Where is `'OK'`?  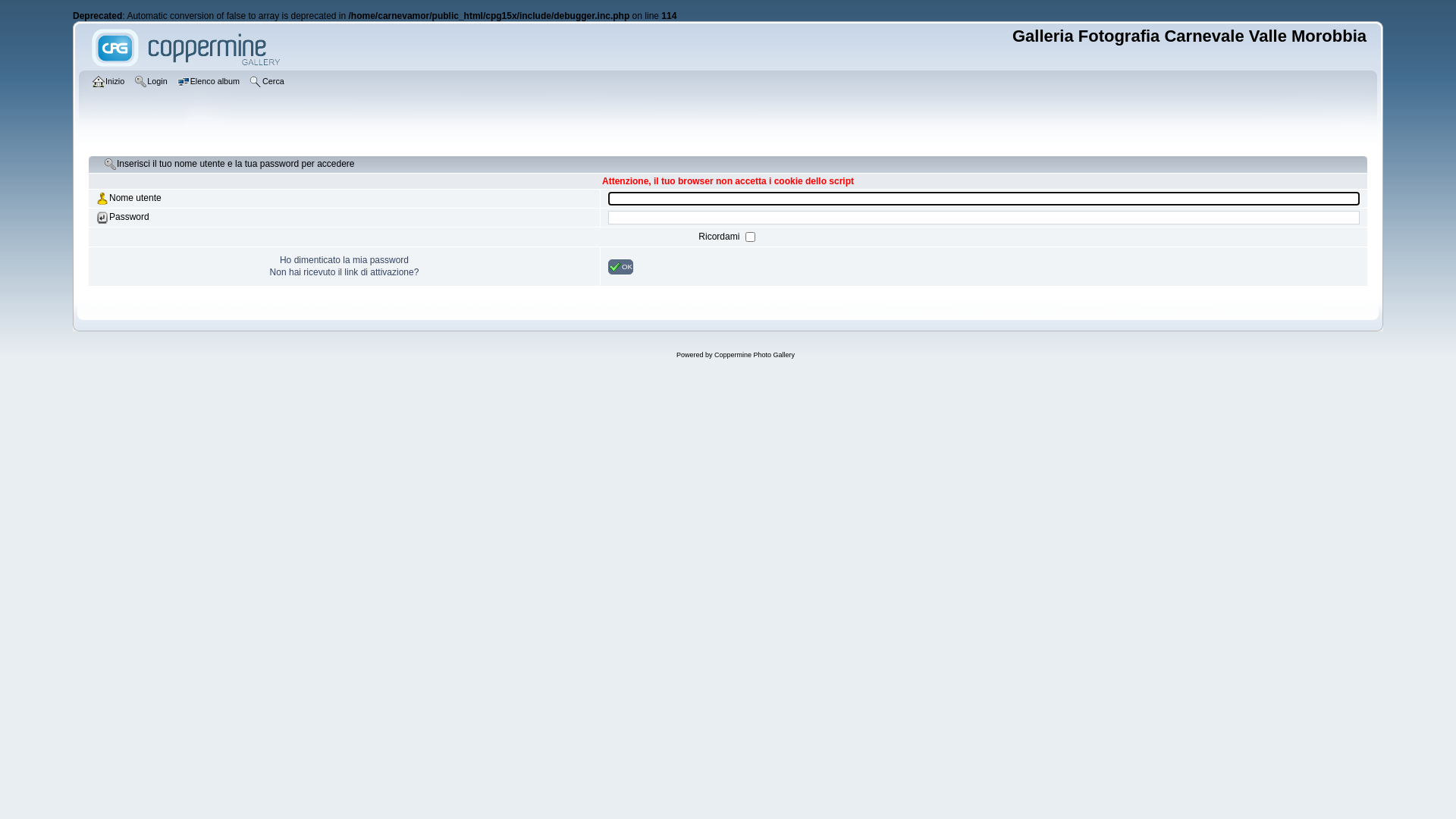
'OK' is located at coordinates (620, 265).